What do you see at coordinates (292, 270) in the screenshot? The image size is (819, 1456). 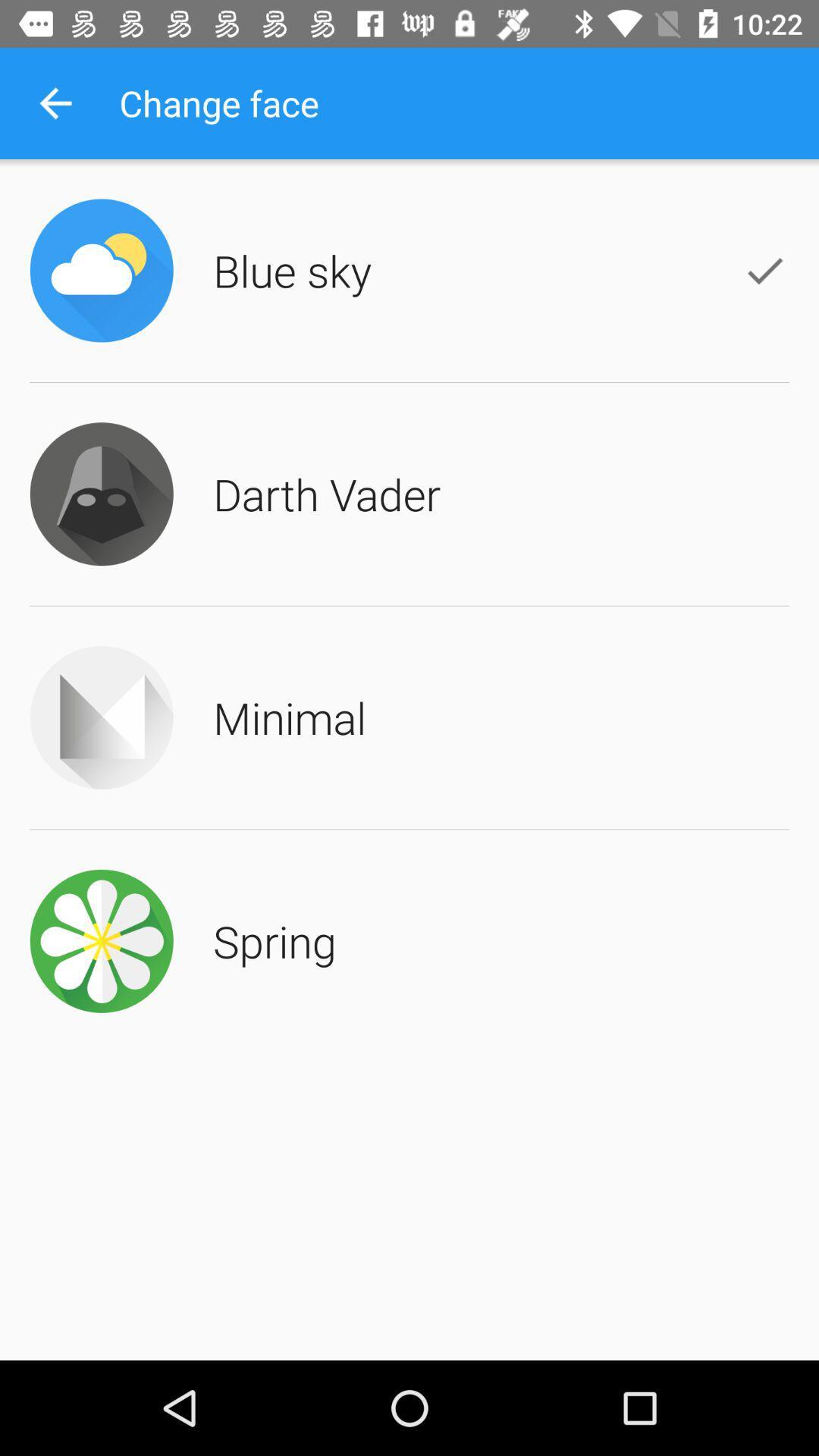 I see `icon above darth vader` at bounding box center [292, 270].